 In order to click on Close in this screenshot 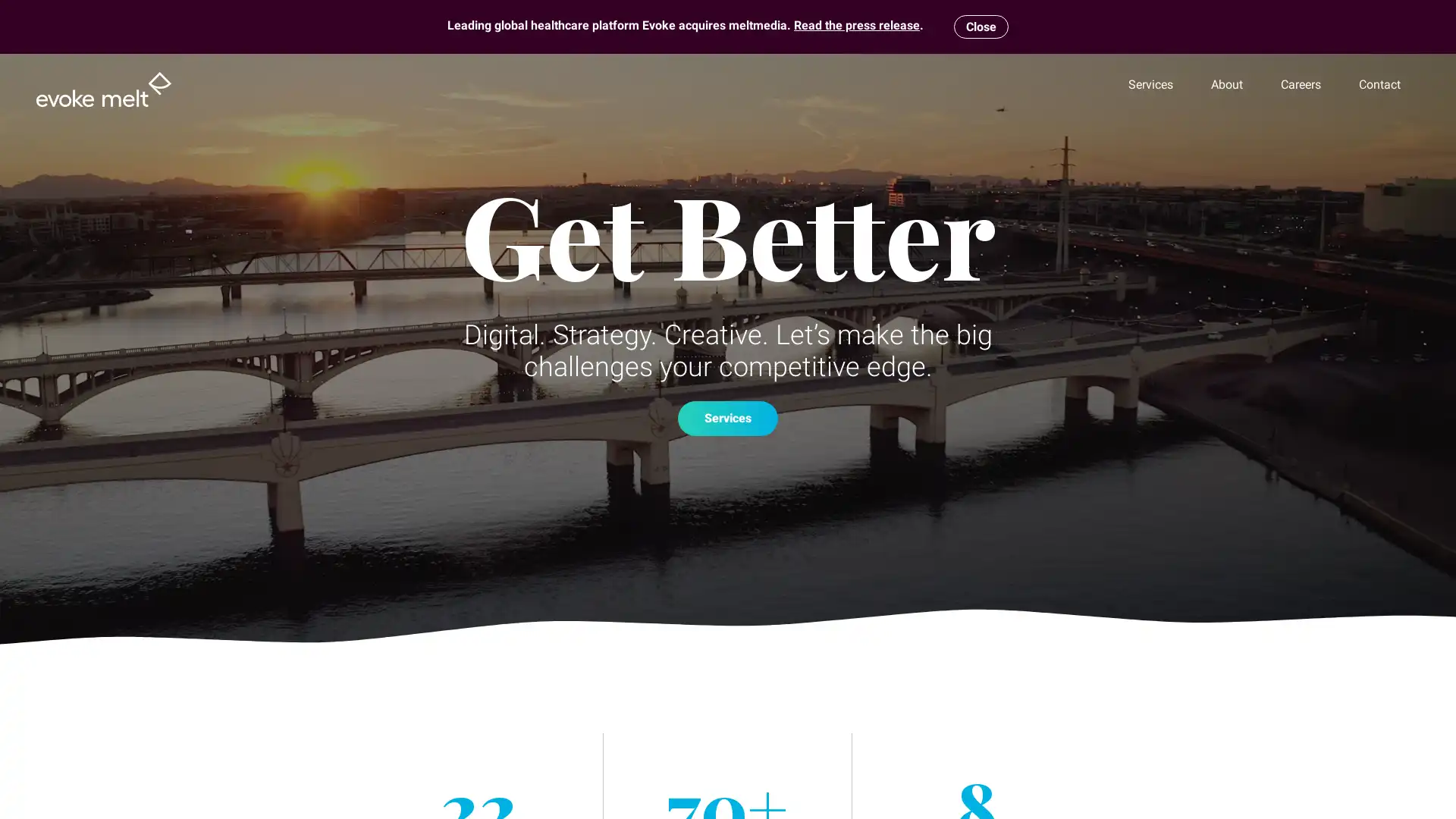, I will do `click(981, 27)`.